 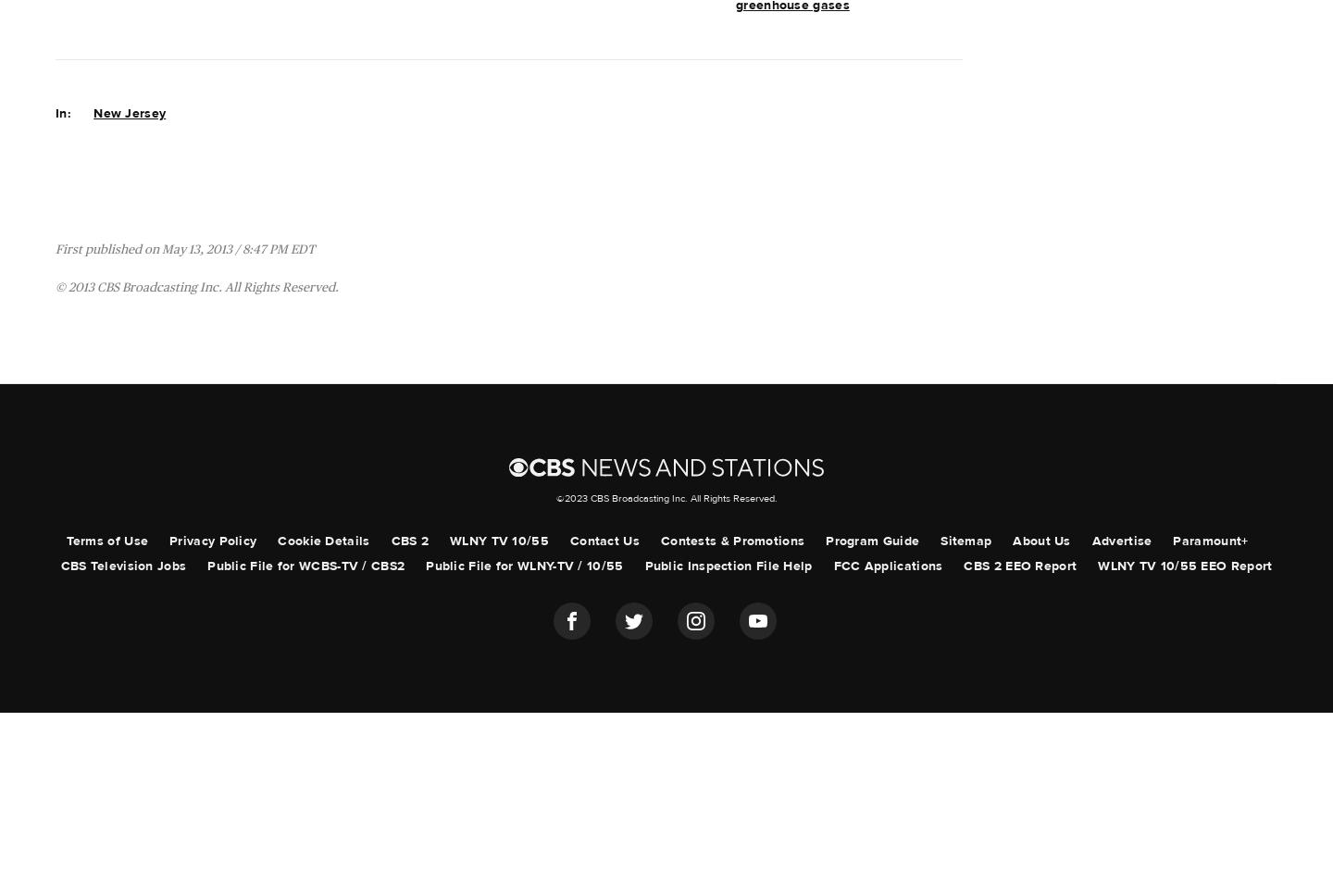 I want to click on 'Public File for WCBS-TV / CBS2', so click(x=305, y=565).